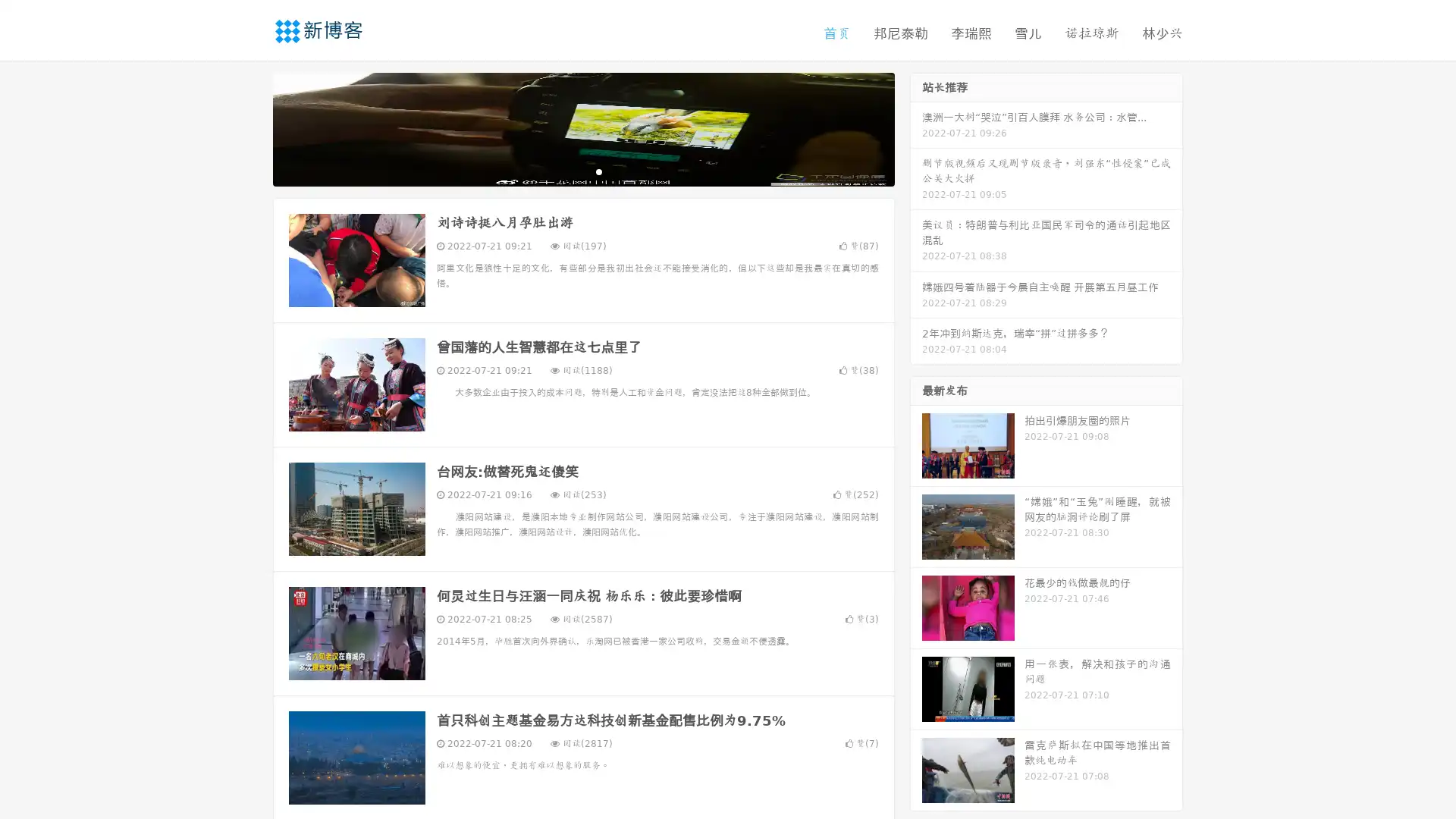 The width and height of the screenshot is (1456, 819). What do you see at coordinates (916, 127) in the screenshot?
I see `Next slide` at bounding box center [916, 127].